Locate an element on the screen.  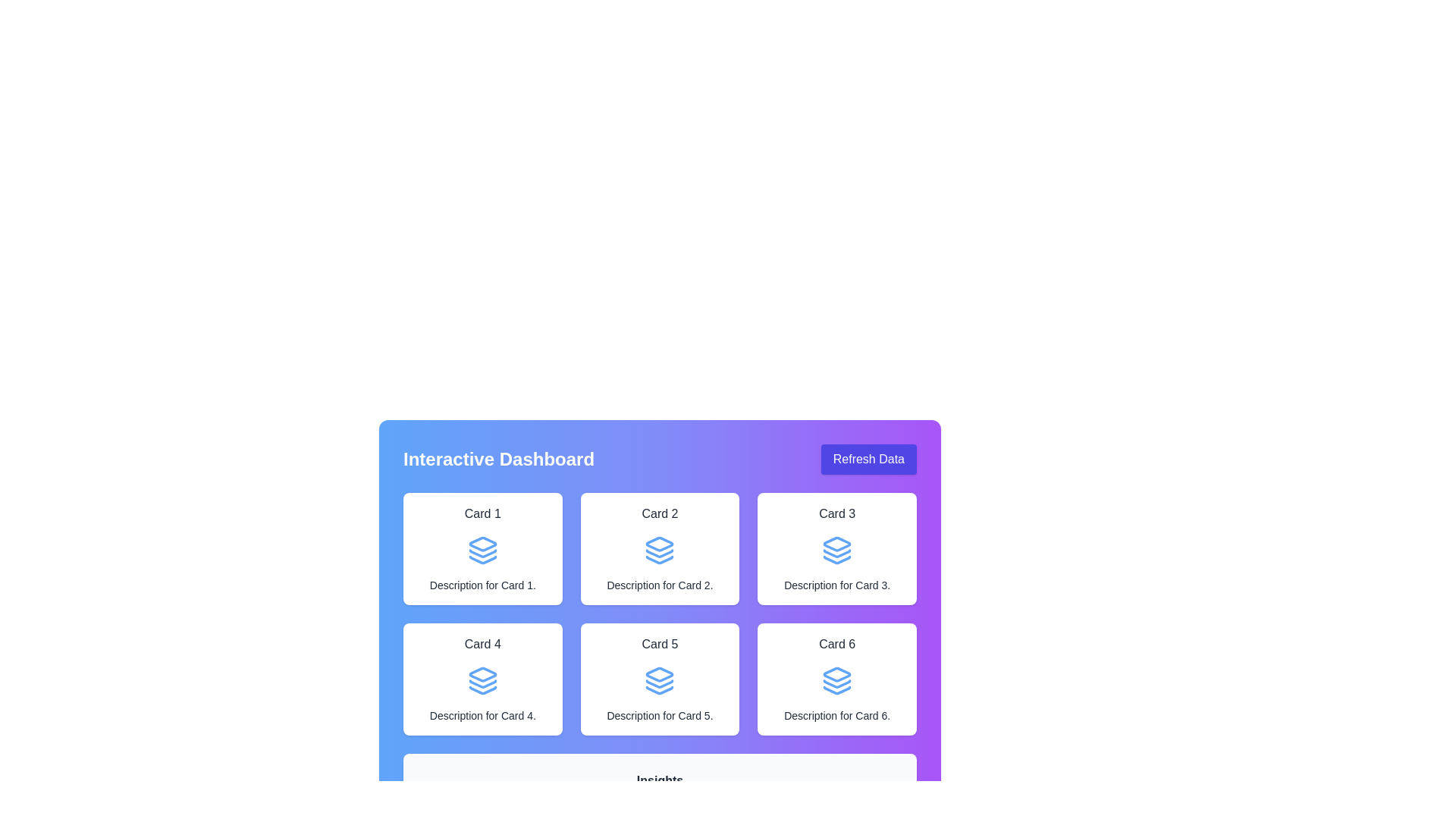
the Text label that serves as a title for the second card in the second row of the grid layout, distinguishing it from other cards is located at coordinates (660, 644).